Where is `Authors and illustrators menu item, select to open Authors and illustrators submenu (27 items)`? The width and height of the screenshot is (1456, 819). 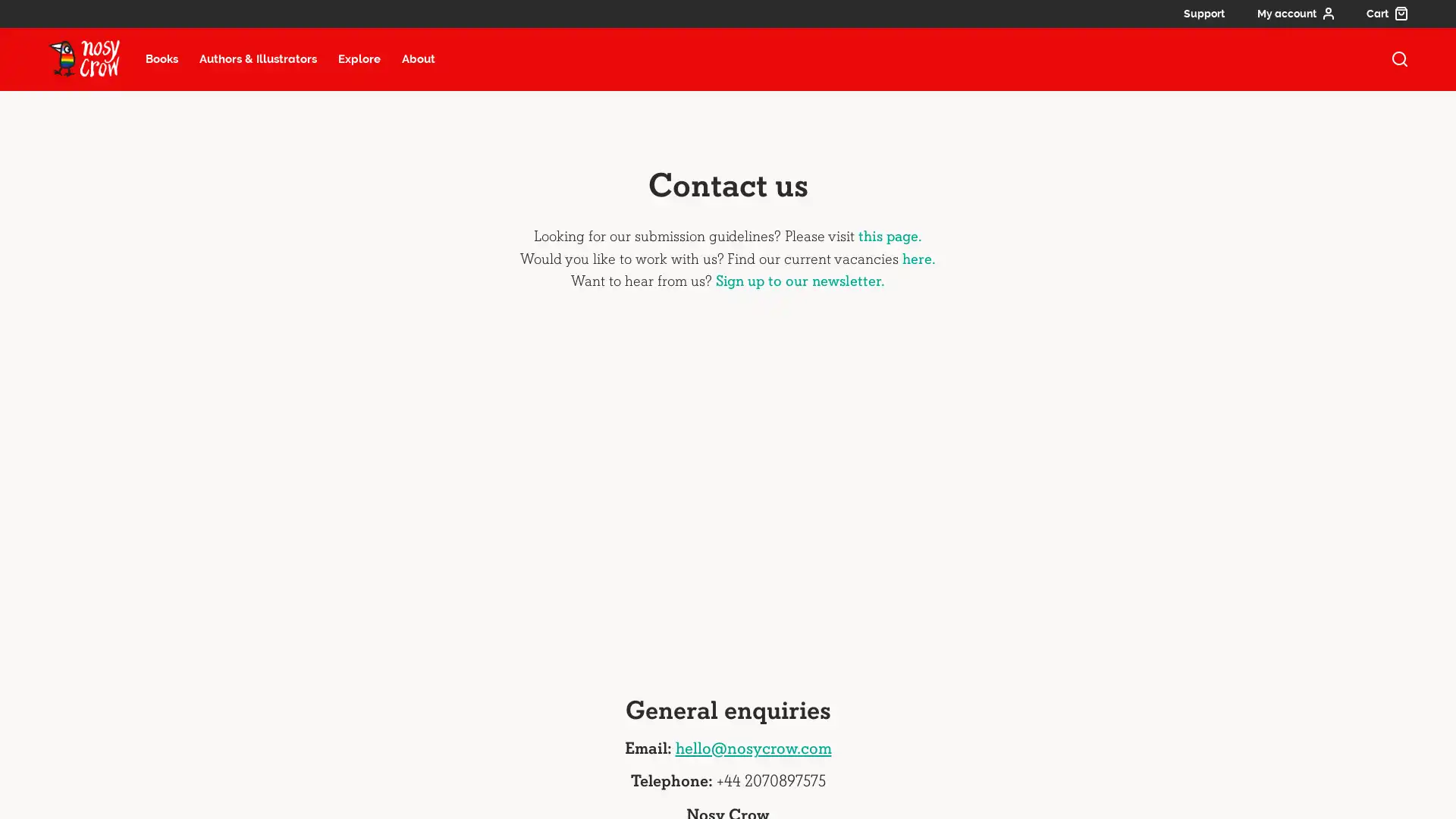
Authors and illustrators menu item, select to open Authors and illustrators submenu (27 items) is located at coordinates (258, 58).